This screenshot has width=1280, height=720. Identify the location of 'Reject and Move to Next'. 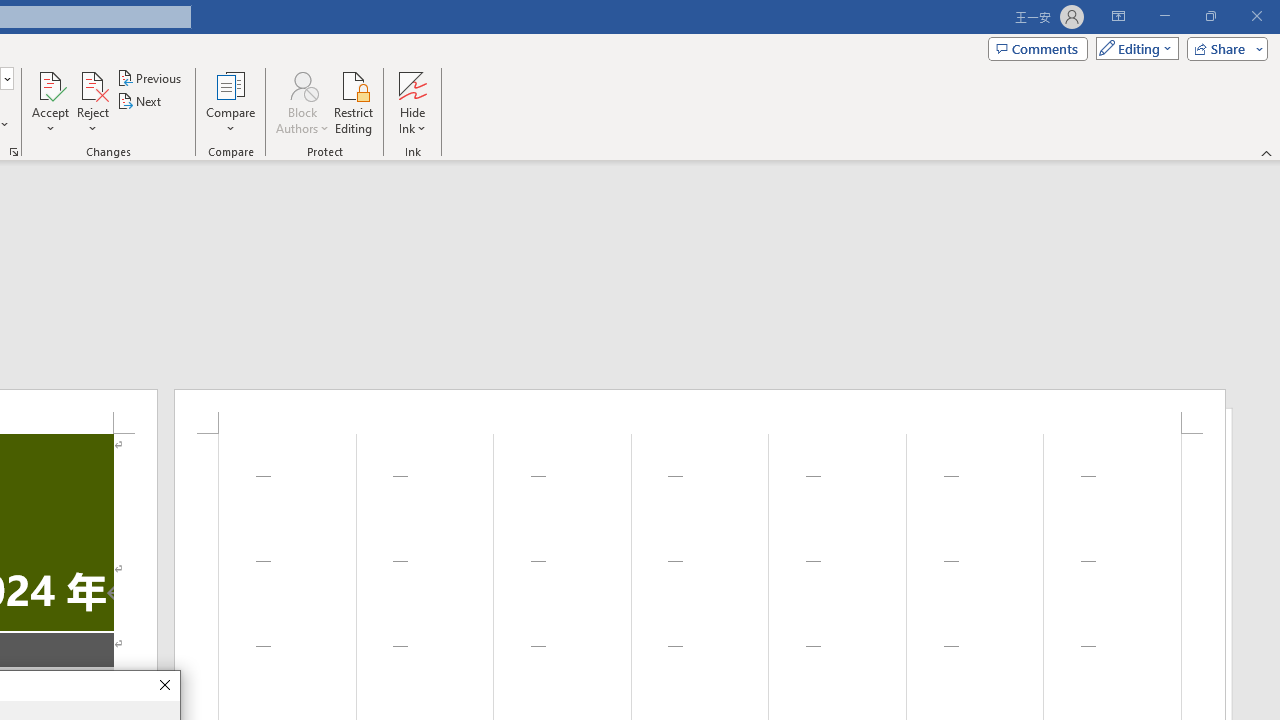
(91, 84).